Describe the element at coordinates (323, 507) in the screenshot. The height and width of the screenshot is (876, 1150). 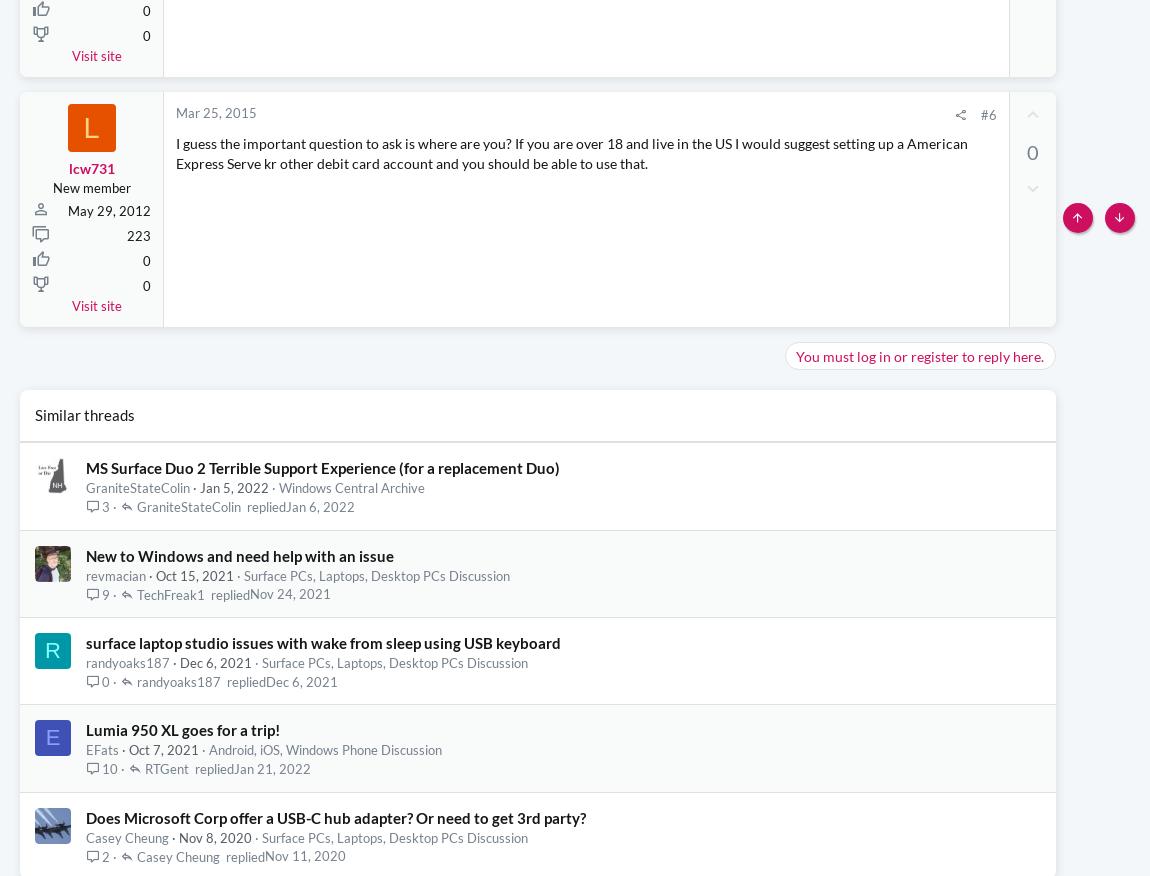
I see `'MS Surface Duo 2 Terrible Support Experience (for a replacement Duo)'` at that location.